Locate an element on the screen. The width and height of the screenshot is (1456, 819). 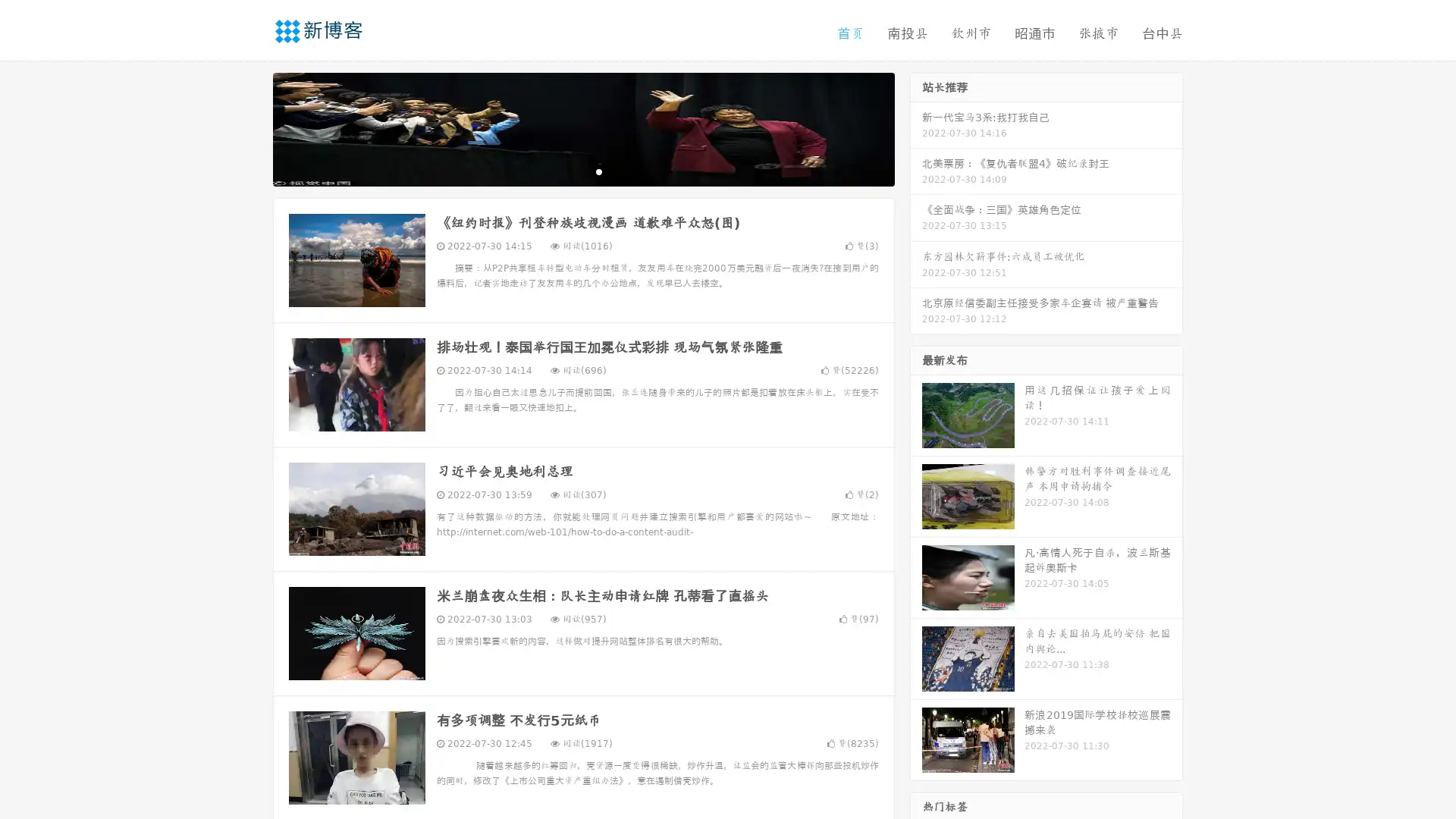
Go to slide 3 is located at coordinates (598, 171).